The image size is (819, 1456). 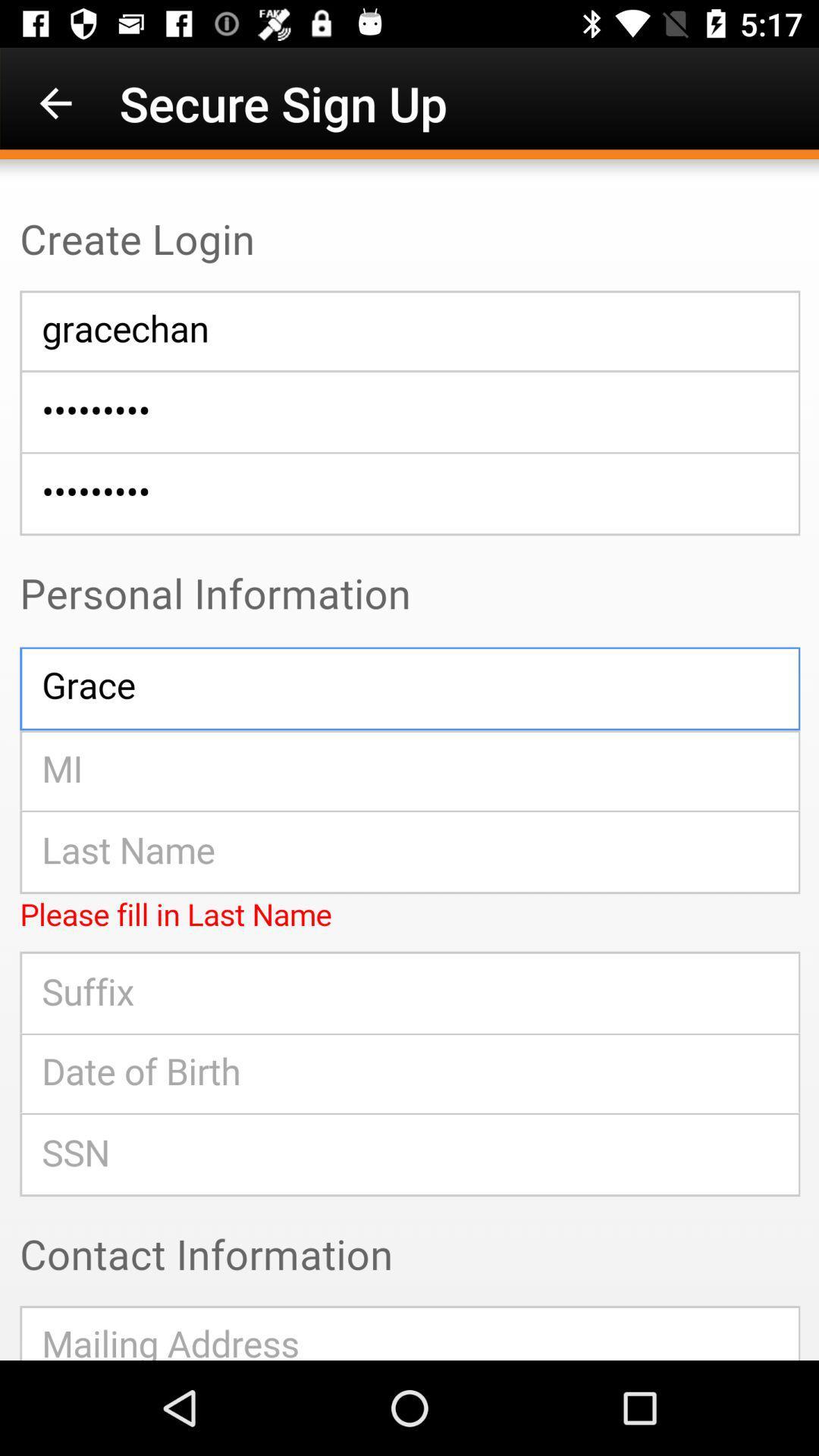 What do you see at coordinates (409, 760) in the screenshot?
I see `login page` at bounding box center [409, 760].